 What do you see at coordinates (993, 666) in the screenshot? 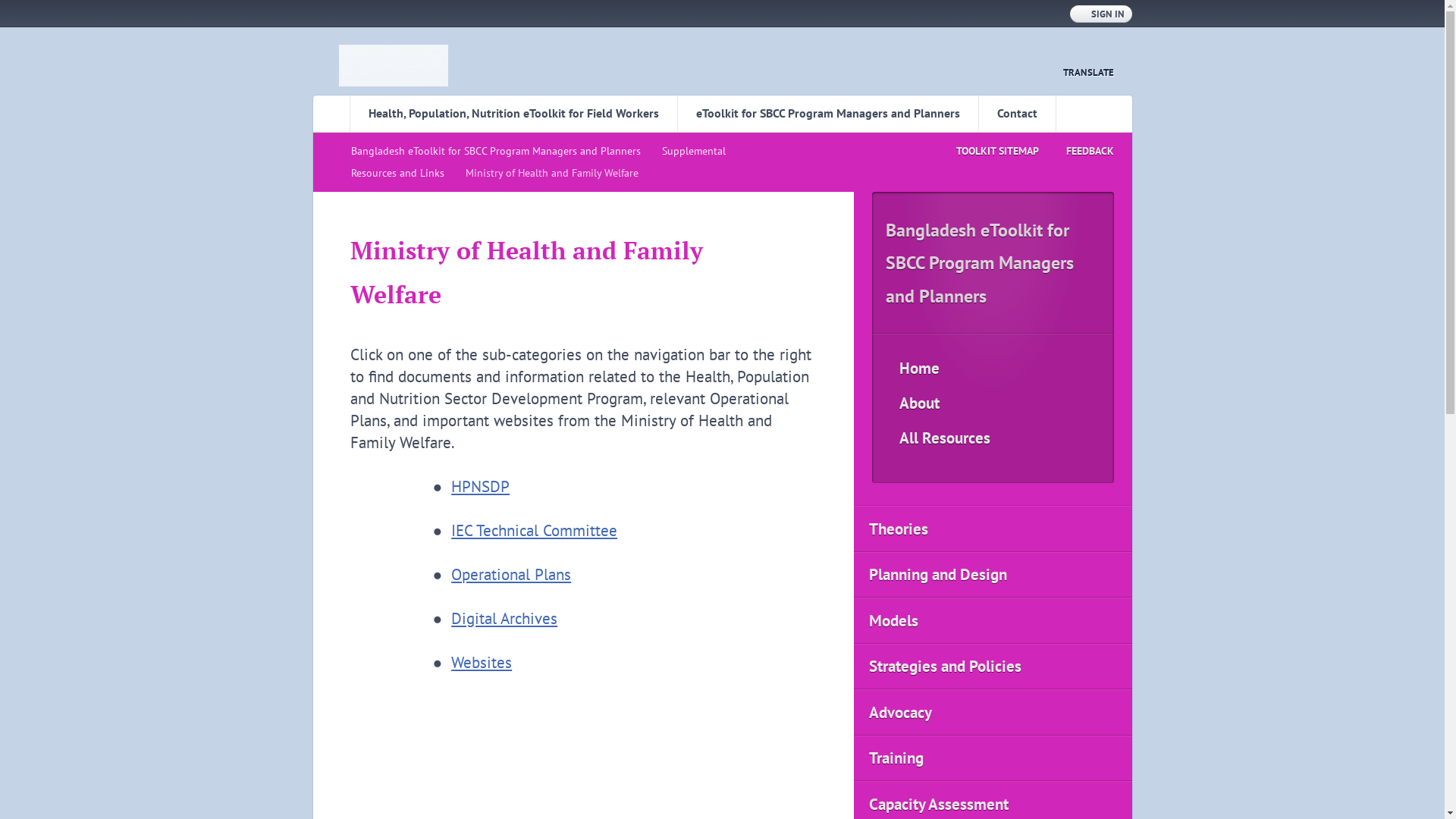
I see `'Strategies and Policies'` at bounding box center [993, 666].